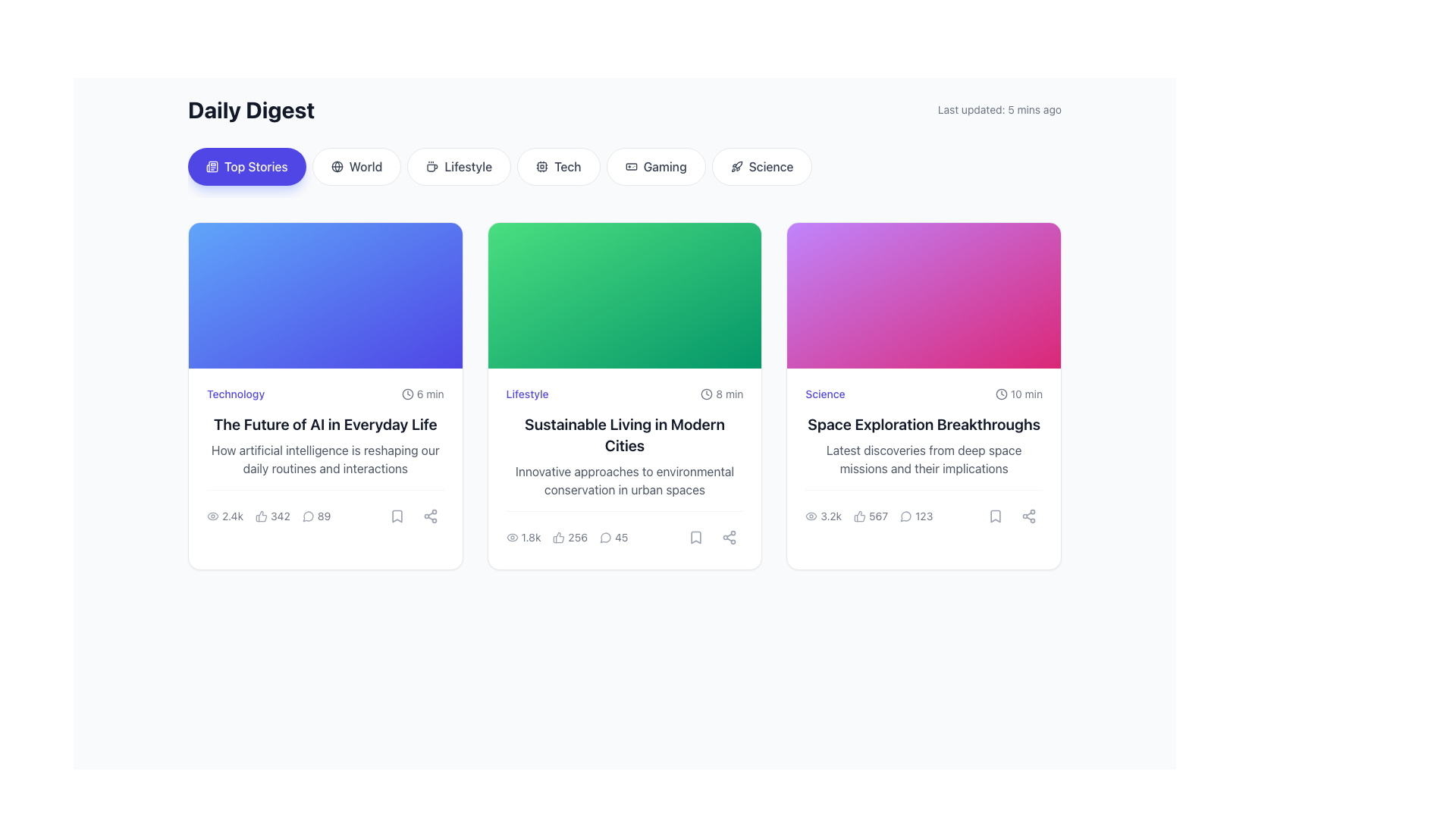  I want to click on the static text element displaying the comment count '123' with a speech bubble icon to its left, located in the bottom section of the 'Space Exploration Breakthroughs' card, so click(923, 510).